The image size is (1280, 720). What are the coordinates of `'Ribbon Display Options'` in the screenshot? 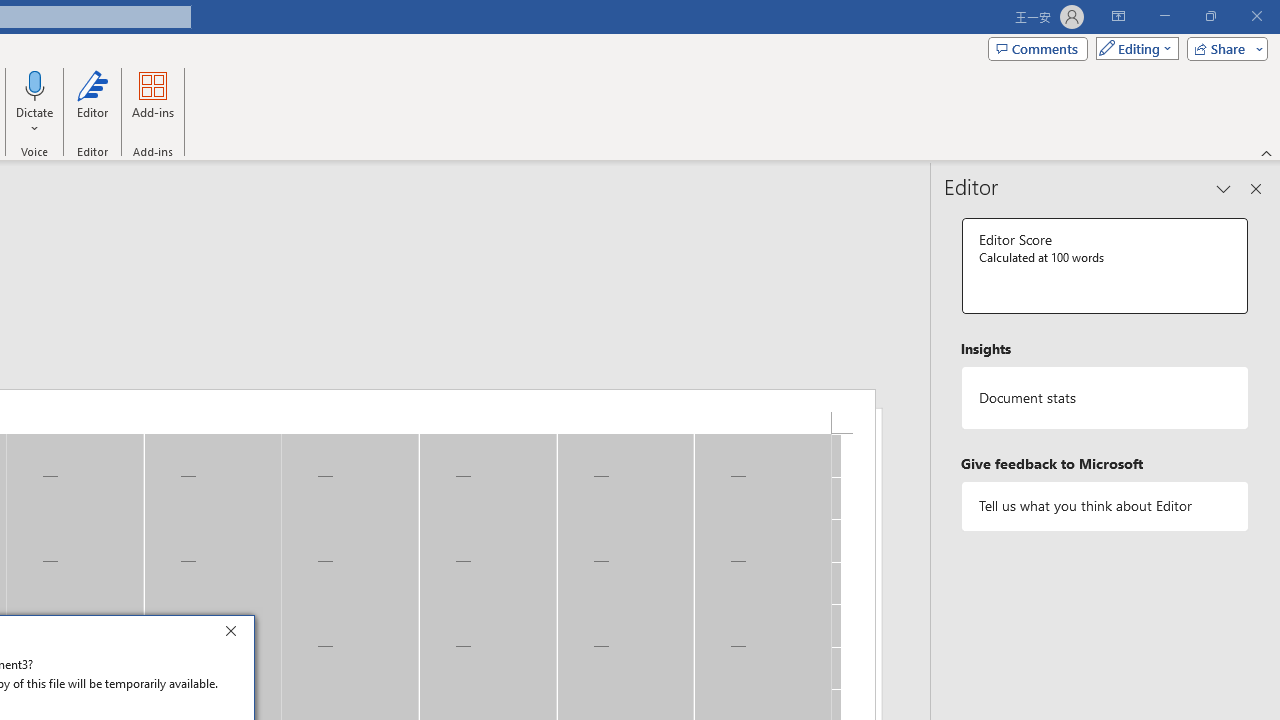 It's located at (1117, 16).